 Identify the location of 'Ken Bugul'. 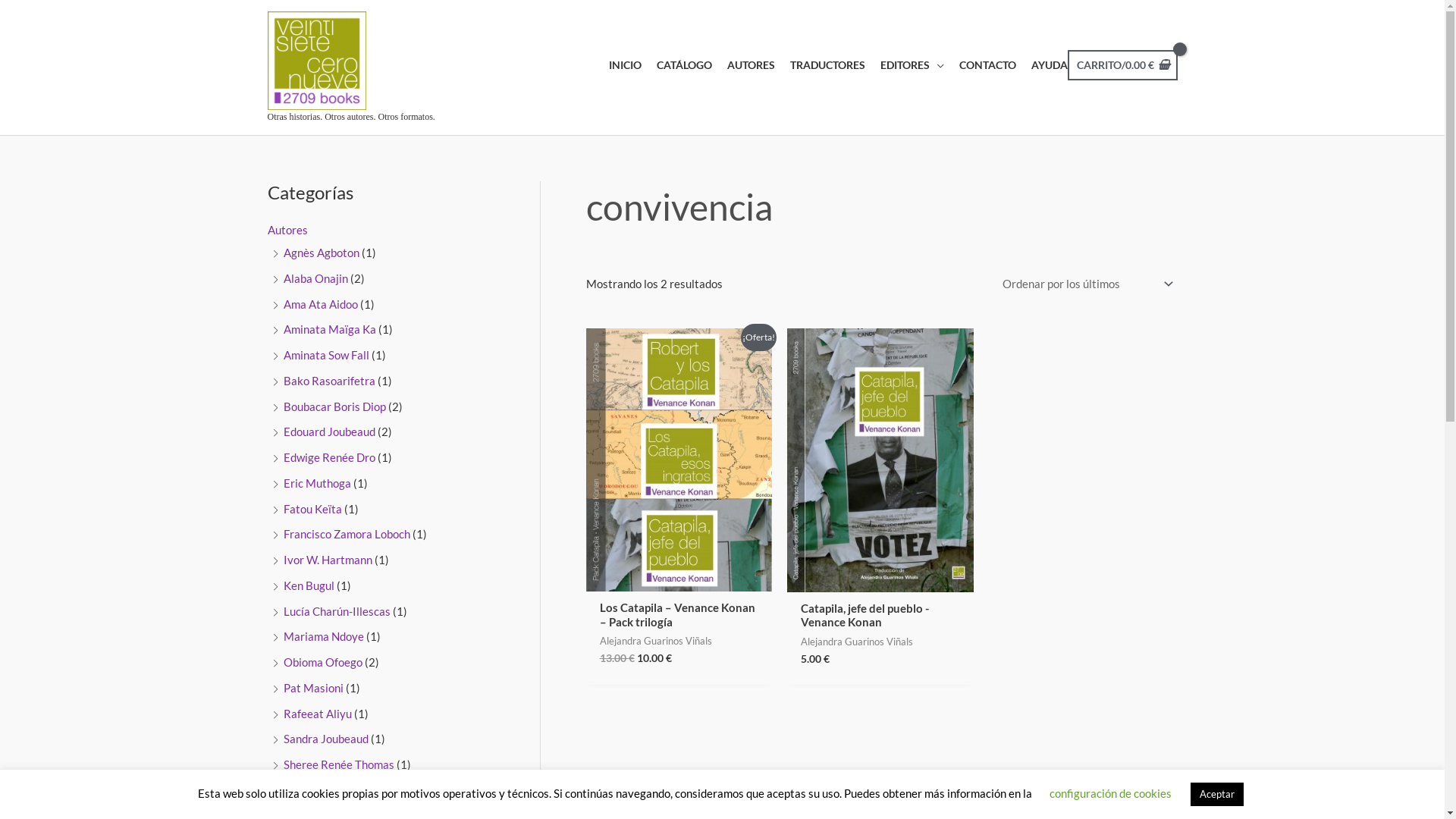
(308, 584).